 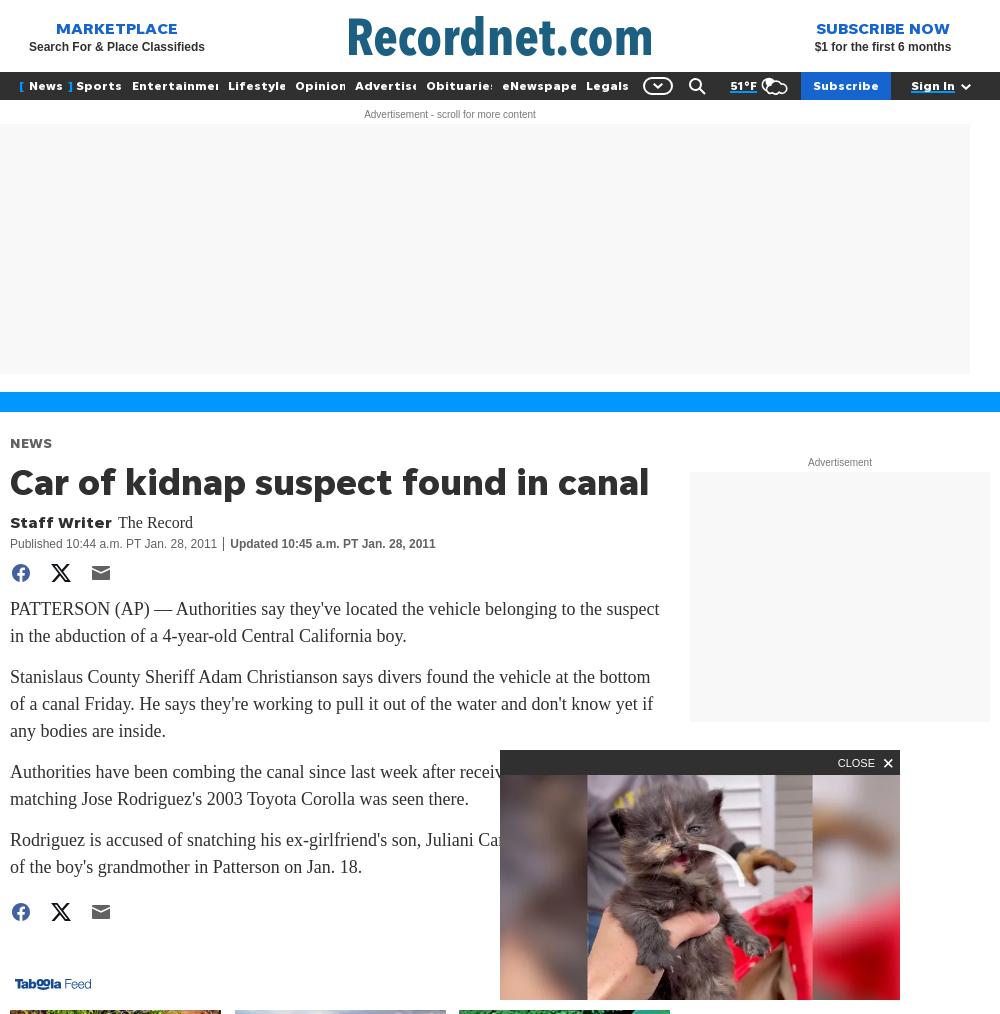 What do you see at coordinates (10, 785) in the screenshot?
I see `'Authorities have been combing the canal since last week after receiving a tip that a vehicle matching Jose Rodriguez's 2003 Toyota Corolla was seen there.'` at bounding box center [10, 785].